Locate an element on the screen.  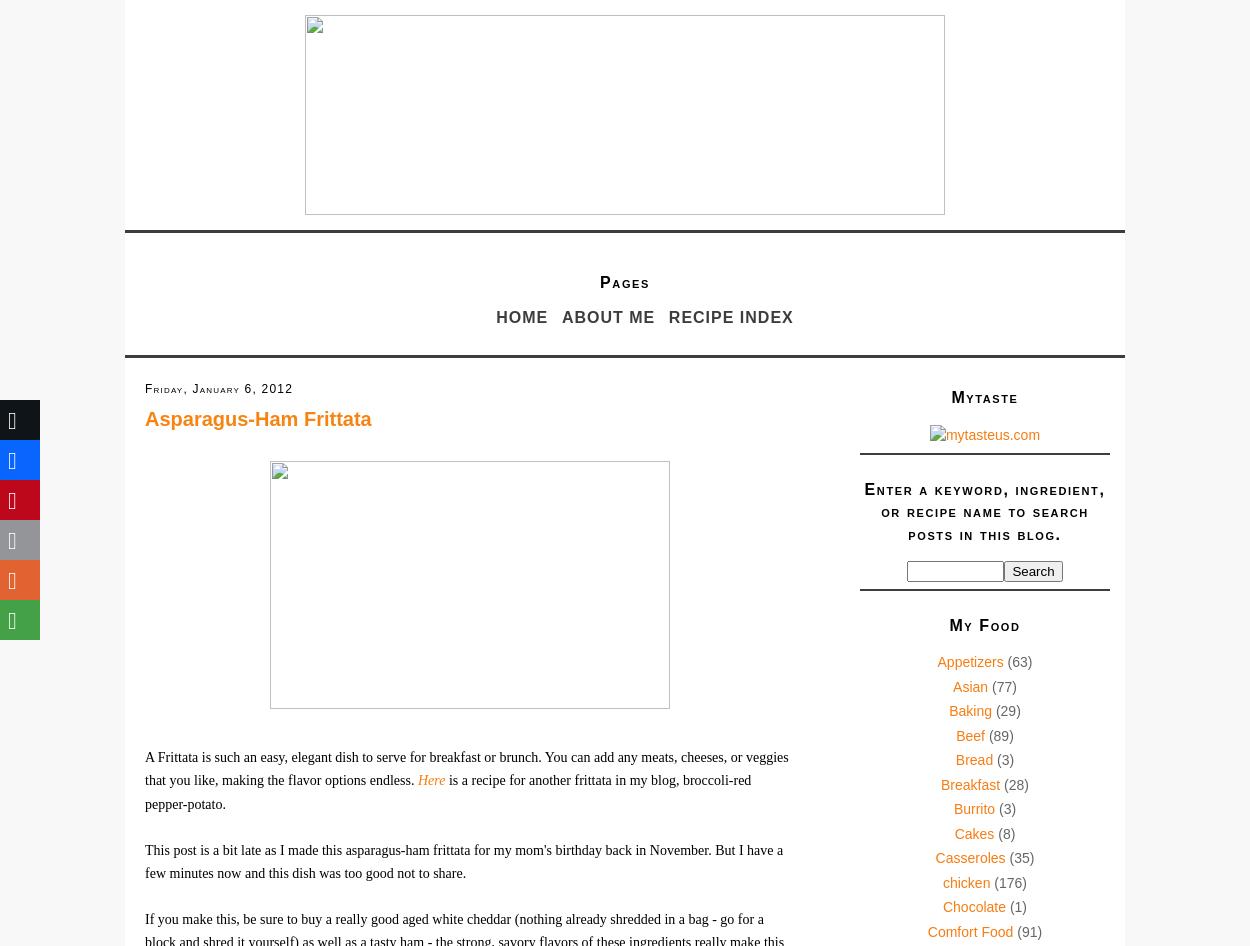
'Home' is located at coordinates (522, 317).